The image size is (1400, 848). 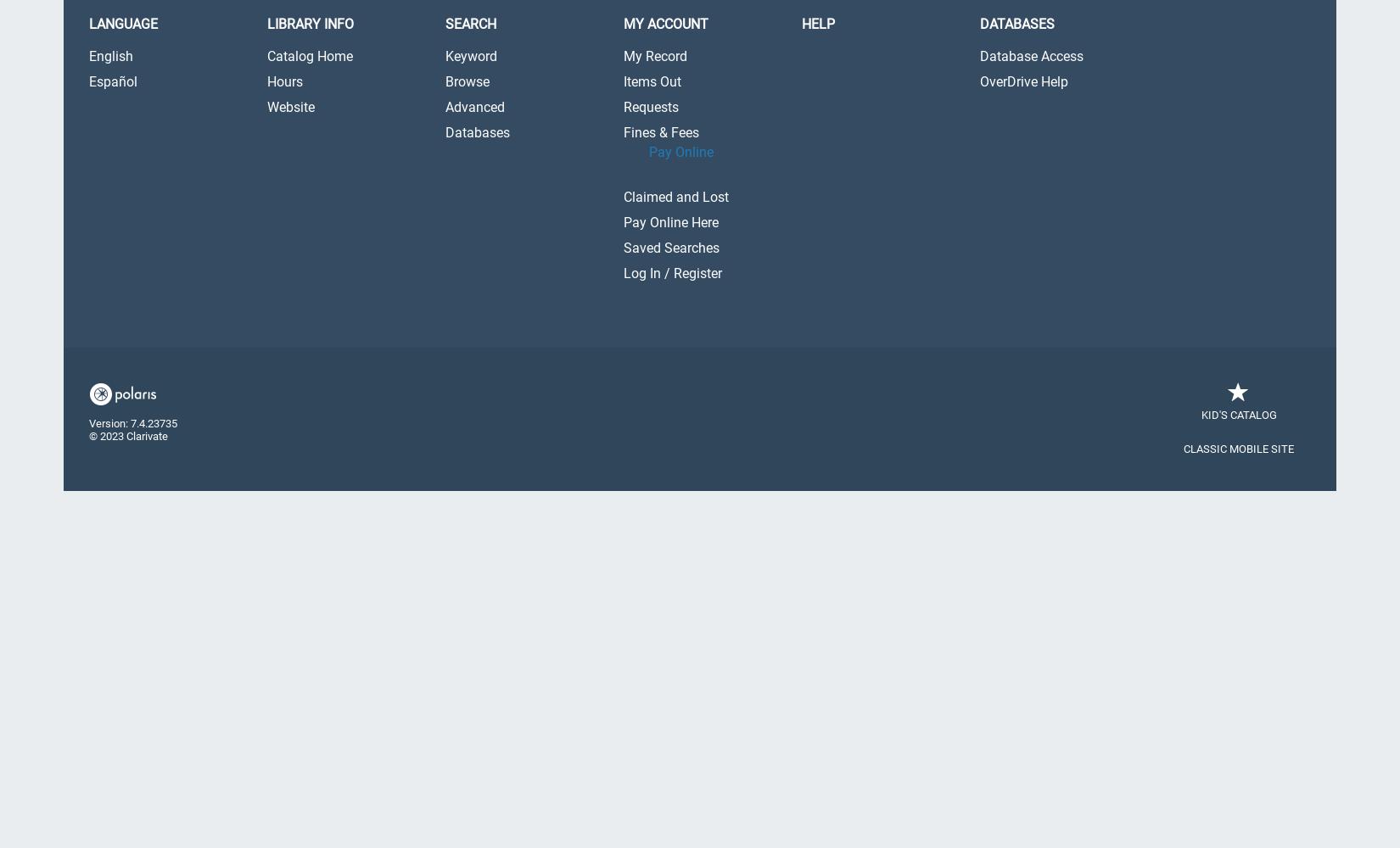 I want to click on 'OverDrive Help', so click(x=1023, y=81).